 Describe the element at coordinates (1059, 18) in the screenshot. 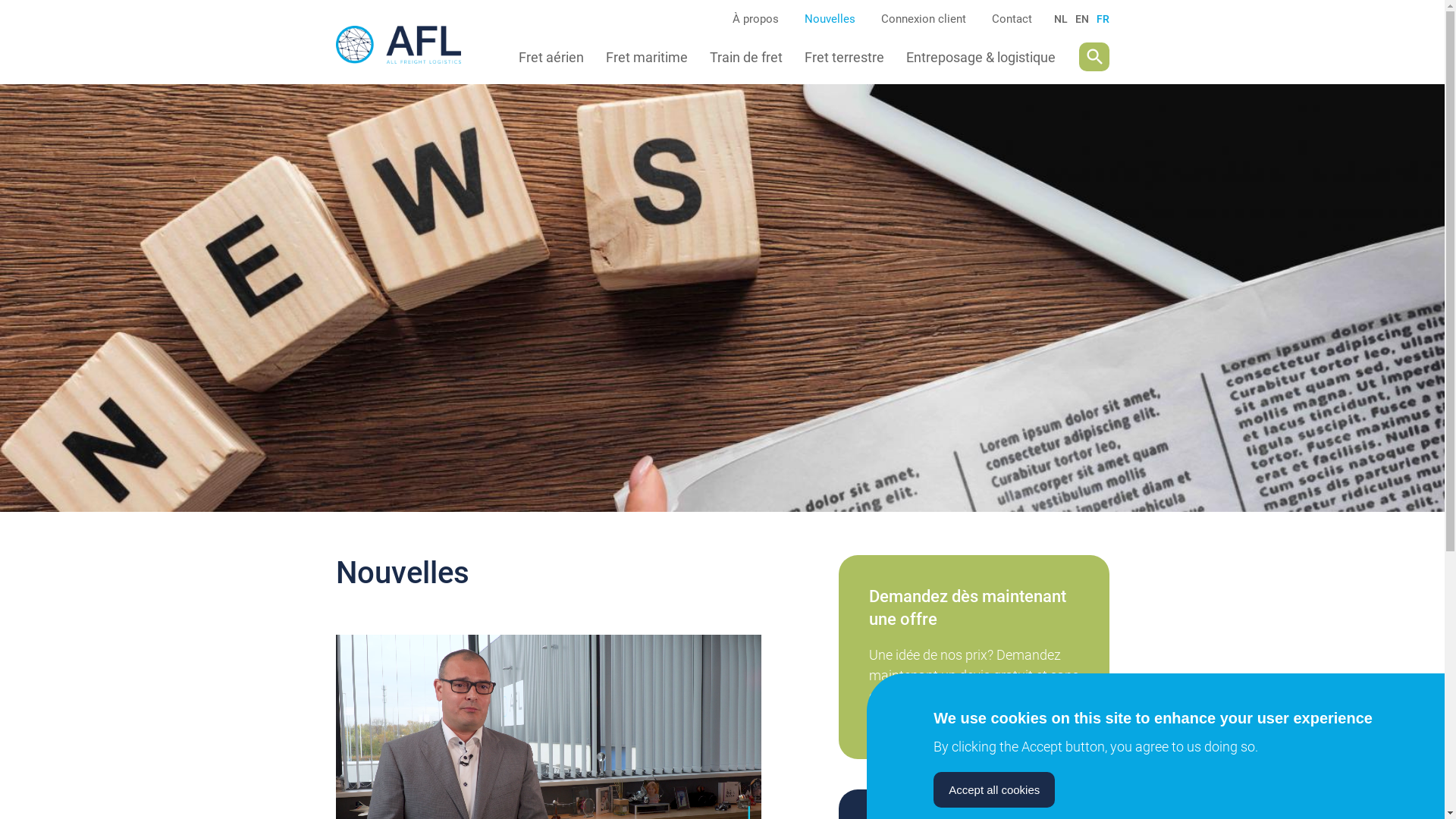

I see `'NL'` at that location.